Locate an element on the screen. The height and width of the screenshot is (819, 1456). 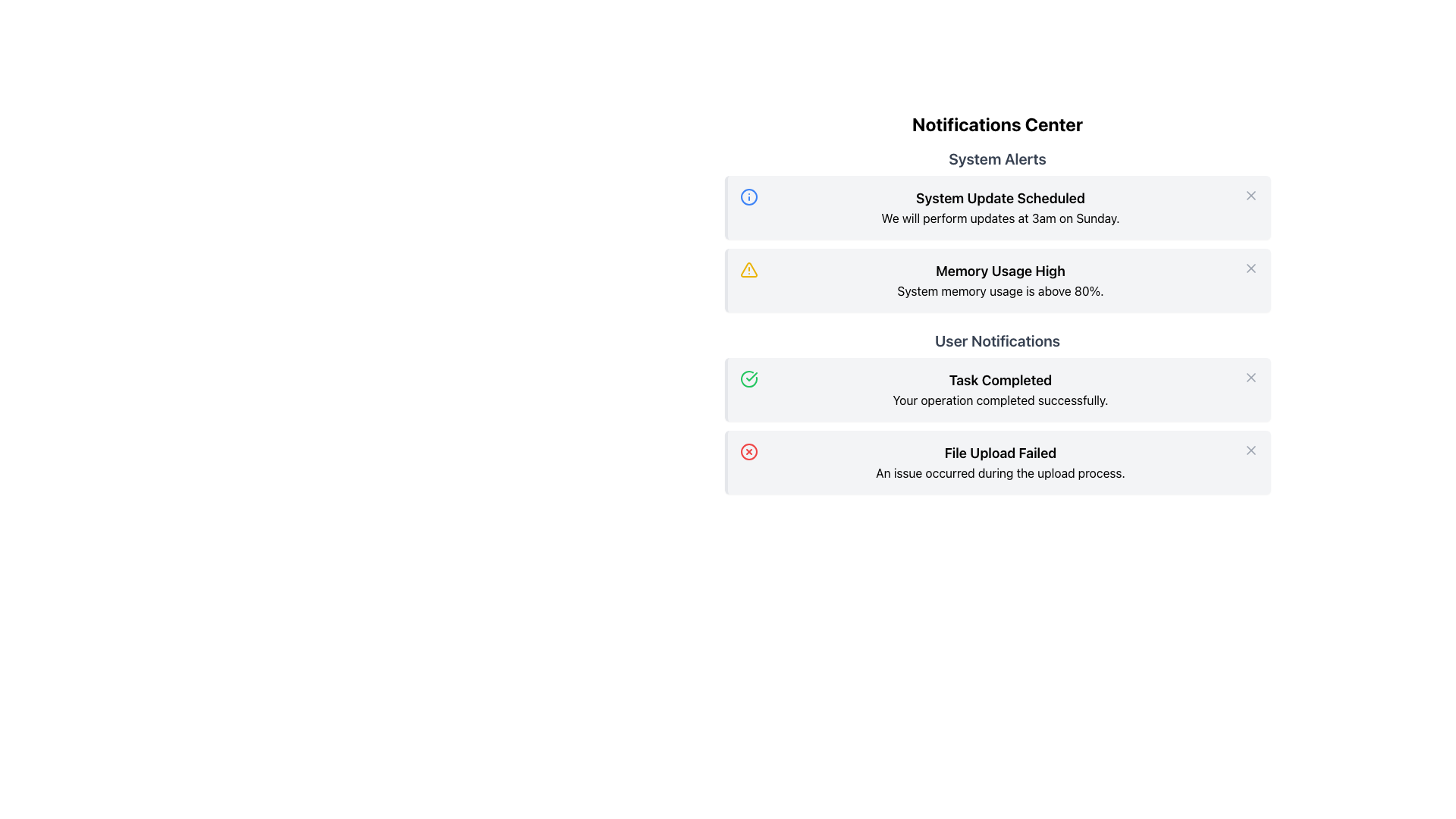
the 'close' button located at the top-right corner of the 'System Update Scheduled' notification card in the 'System Alerts' section is located at coordinates (1250, 195).